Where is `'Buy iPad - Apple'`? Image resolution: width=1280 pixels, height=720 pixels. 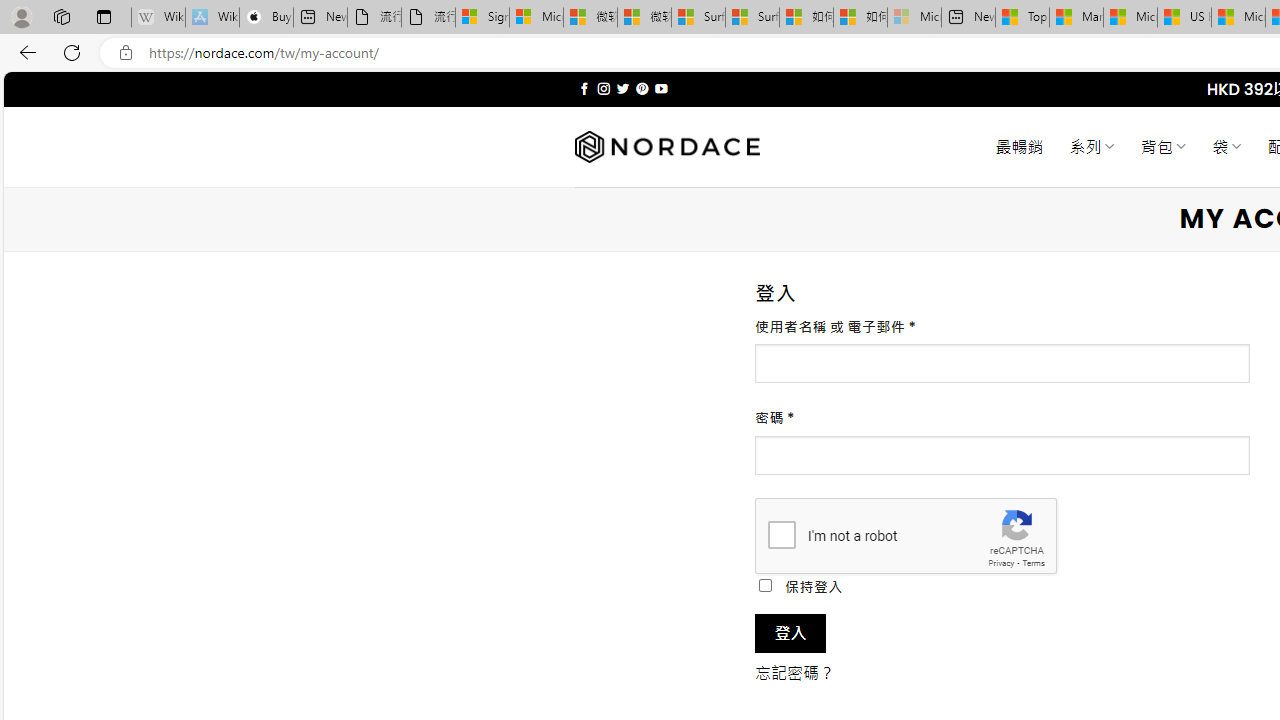
'Buy iPad - Apple' is located at coordinates (265, 17).